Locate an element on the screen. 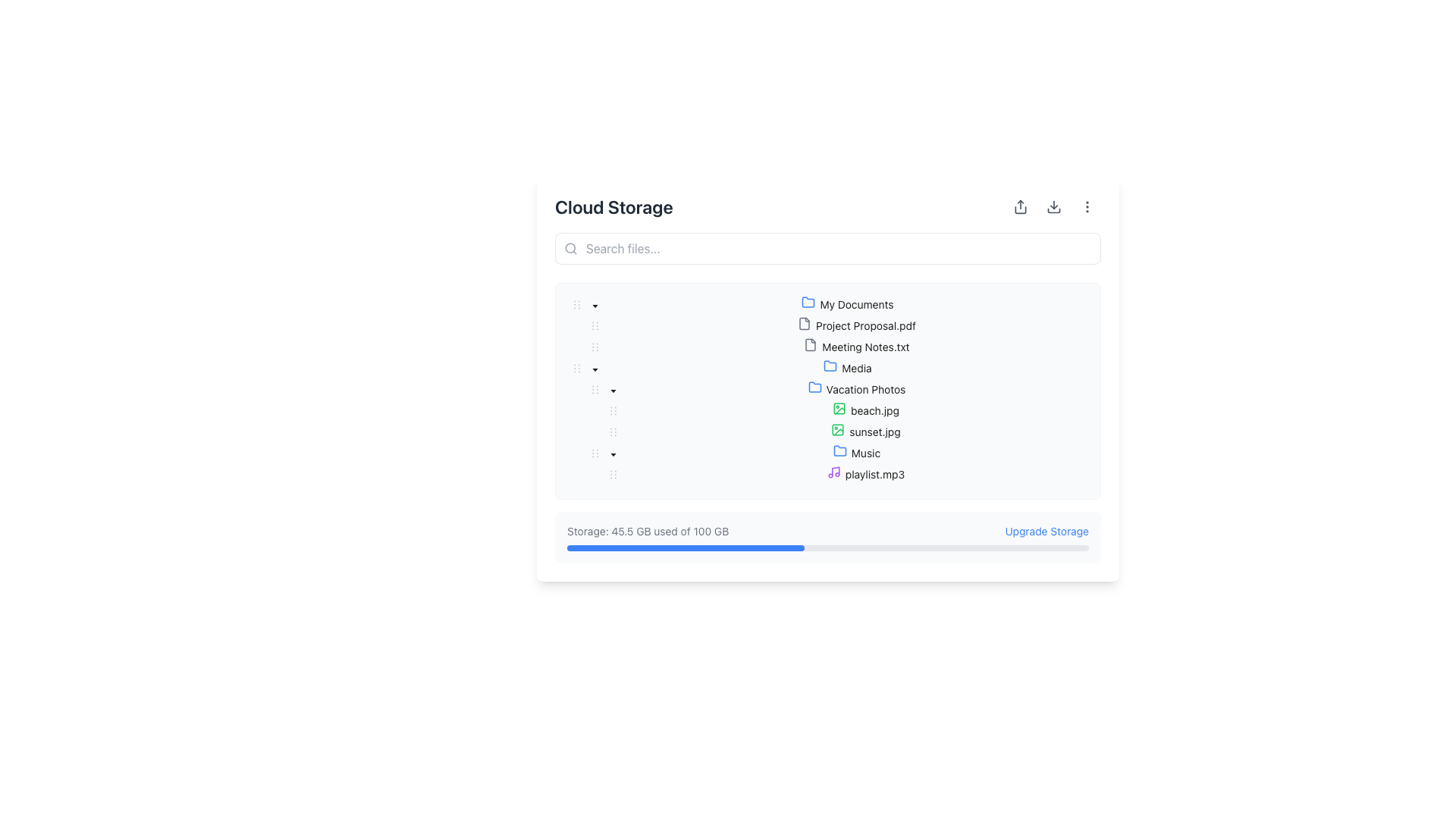 The height and width of the screenshot is (819, 1456). and drag the draggable handle located to the left of 'Project Proposal.pdf' to reposition the associated item within the file list view is located at coordinates (595, 325).